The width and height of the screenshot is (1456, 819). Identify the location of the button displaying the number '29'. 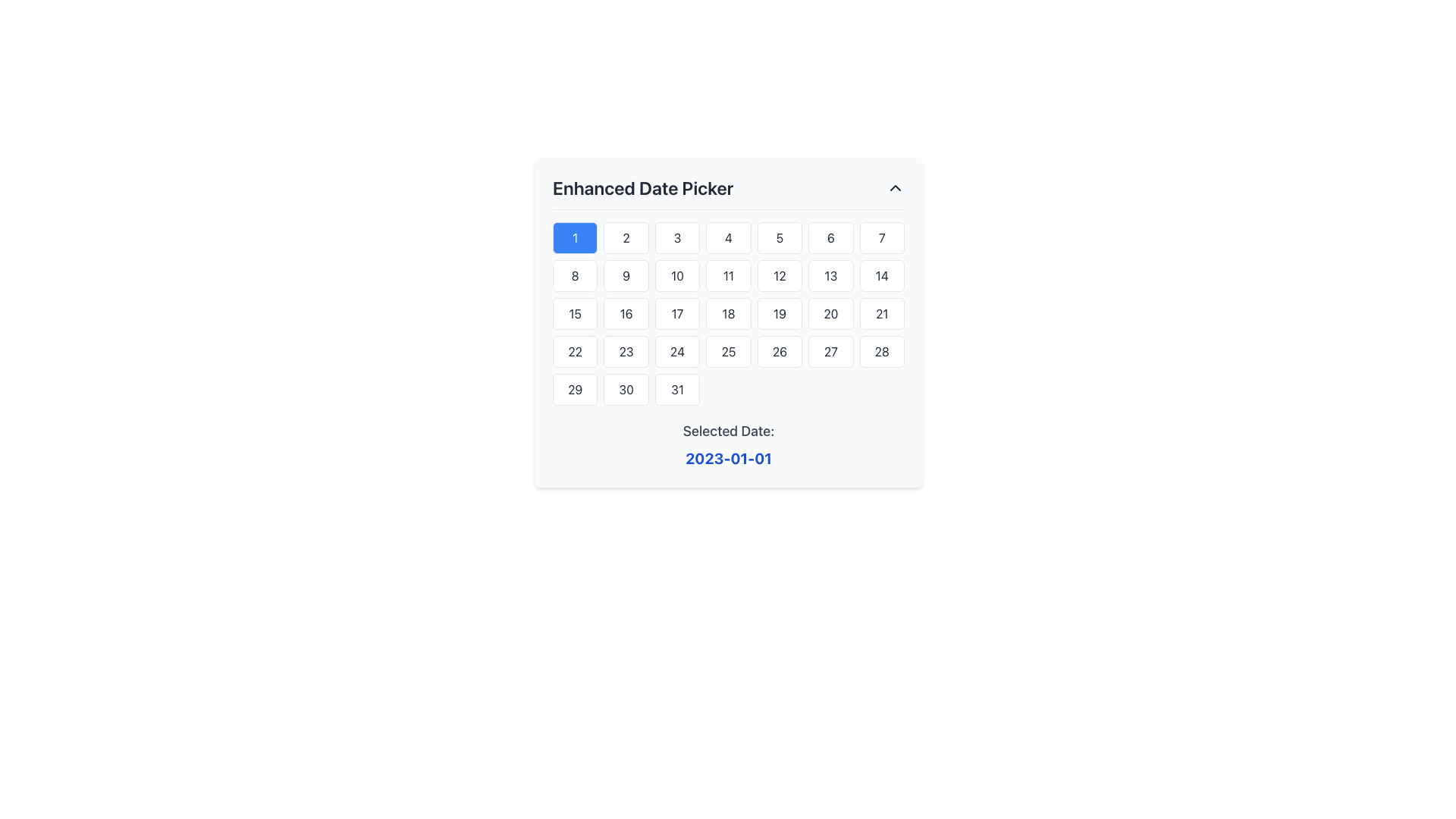
(574, 388).